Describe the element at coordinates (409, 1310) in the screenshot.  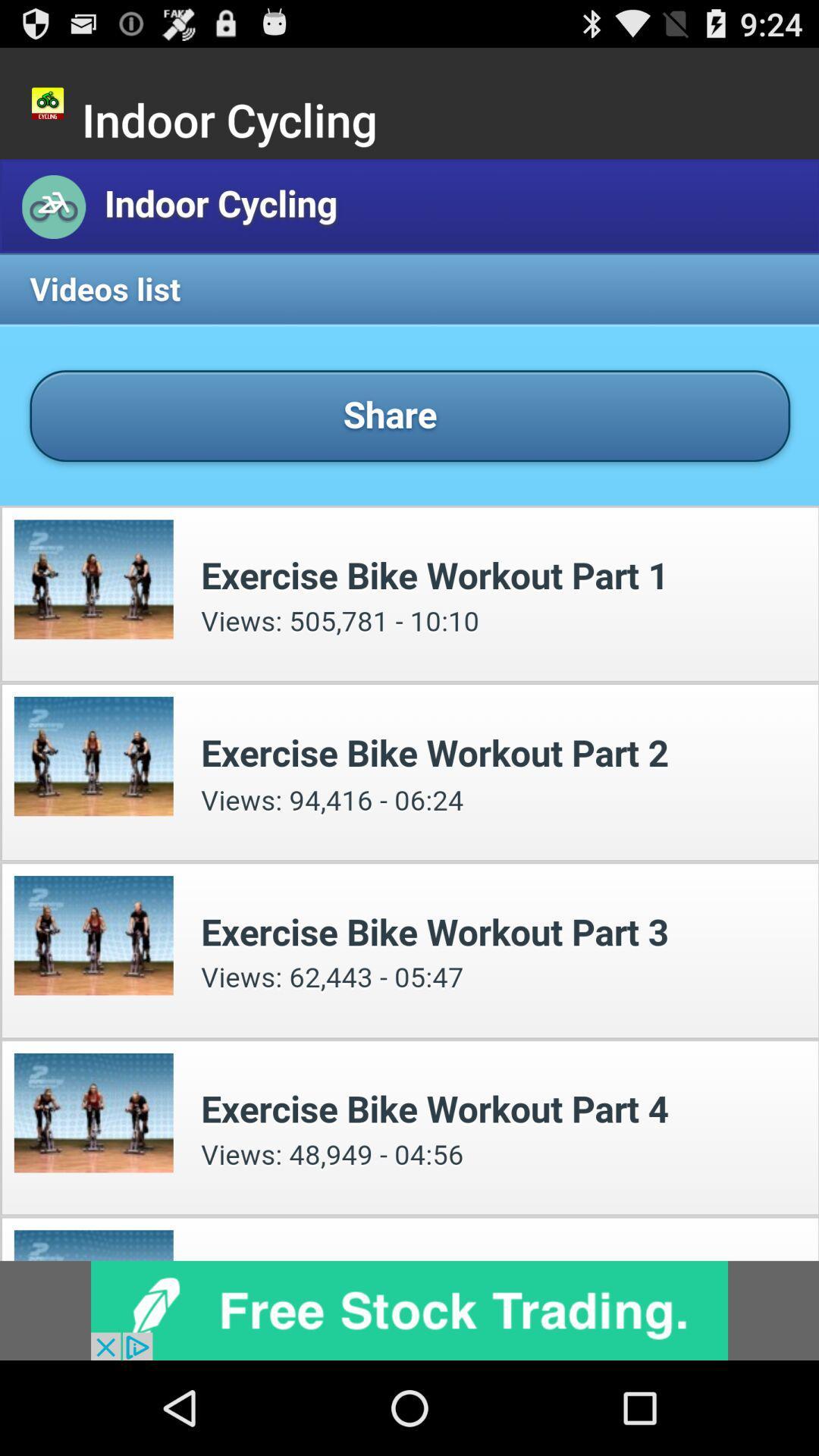
I see `advertisement` at that location.